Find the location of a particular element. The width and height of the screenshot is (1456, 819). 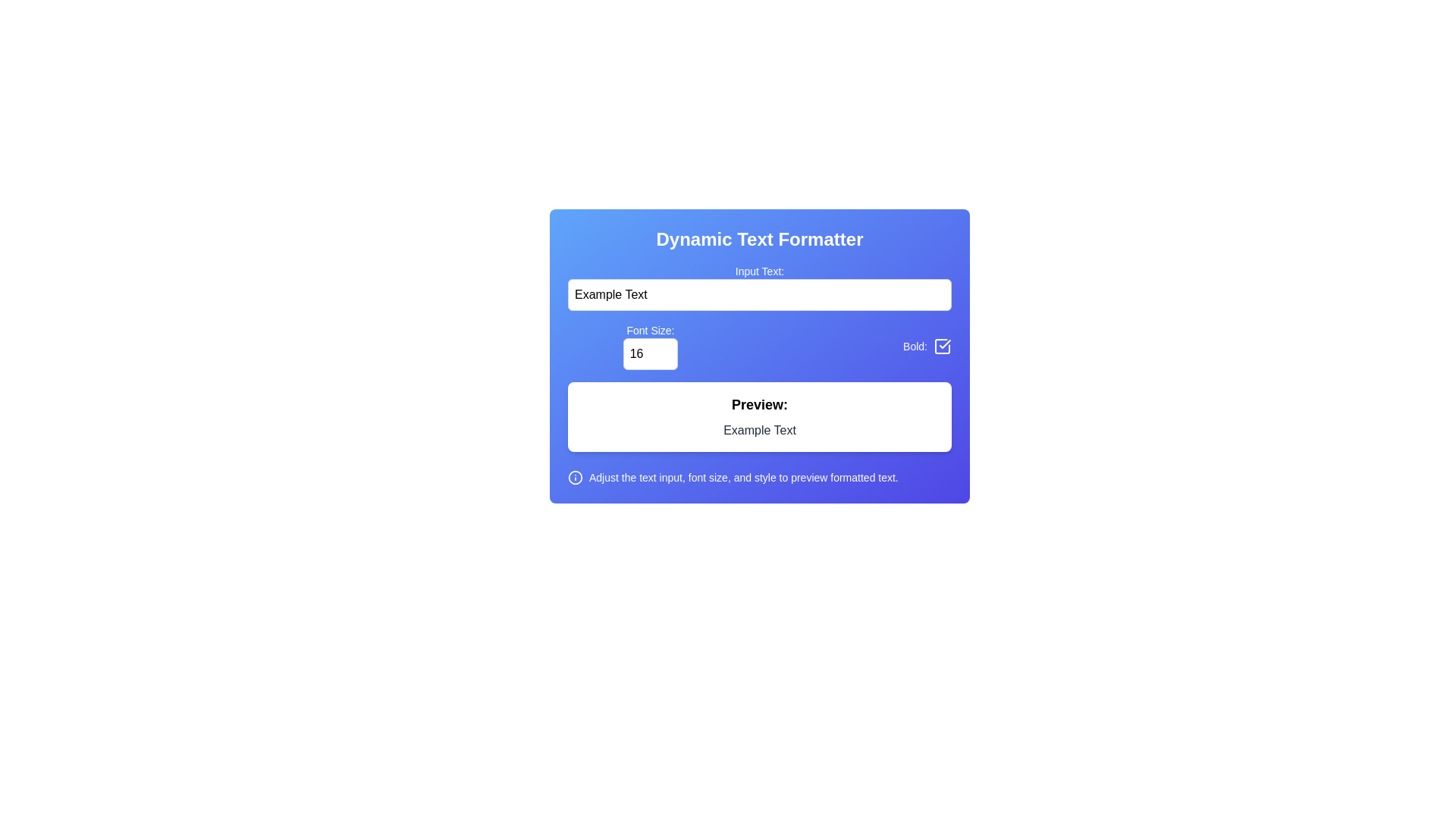

the checkmark symbol within the square-shaped icon in the SVG control interface, adjacent to the 'Bold:' label is located at coordinates (944, 344).